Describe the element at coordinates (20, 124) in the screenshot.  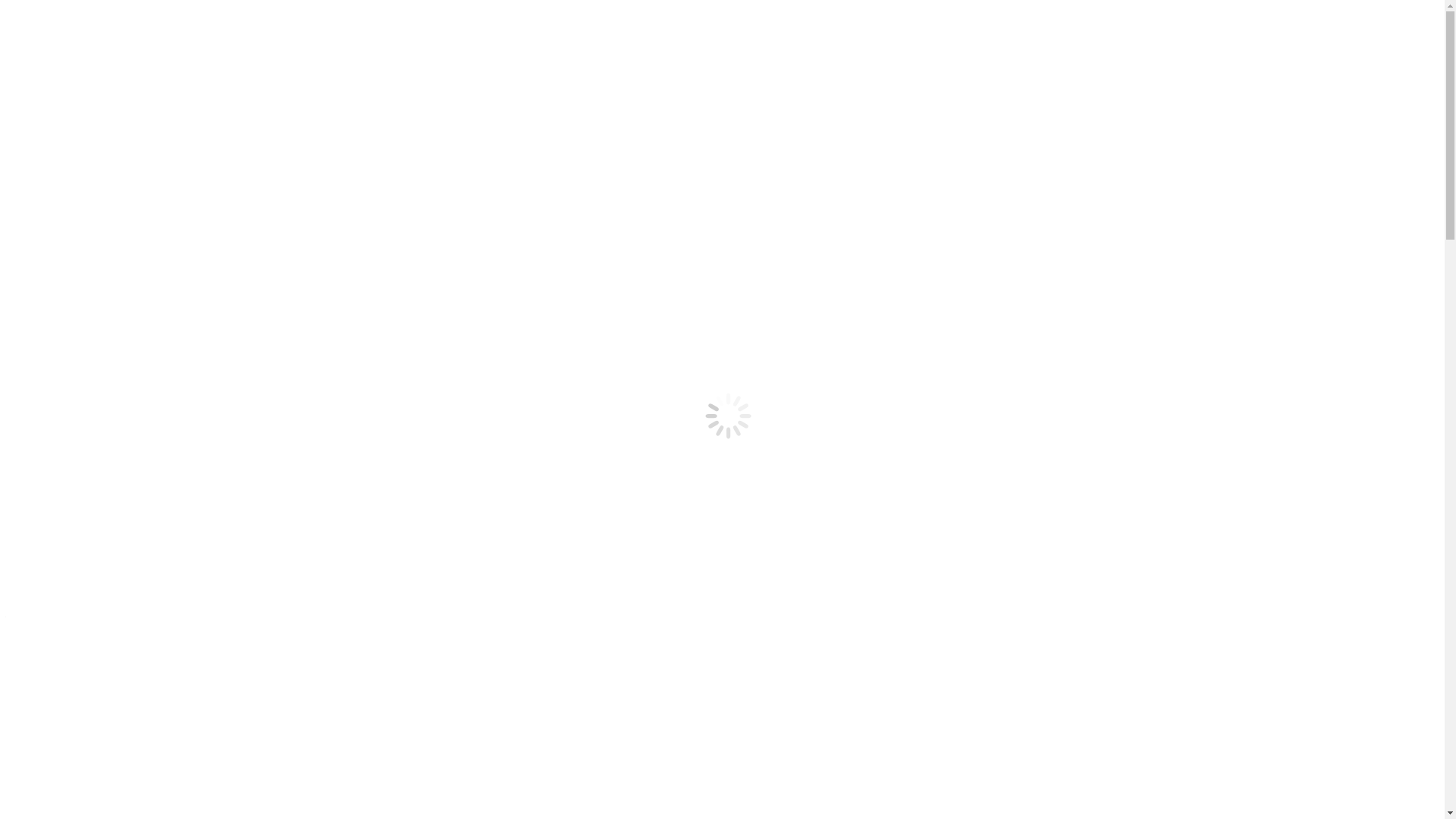
I see `'Go!'` at that location.